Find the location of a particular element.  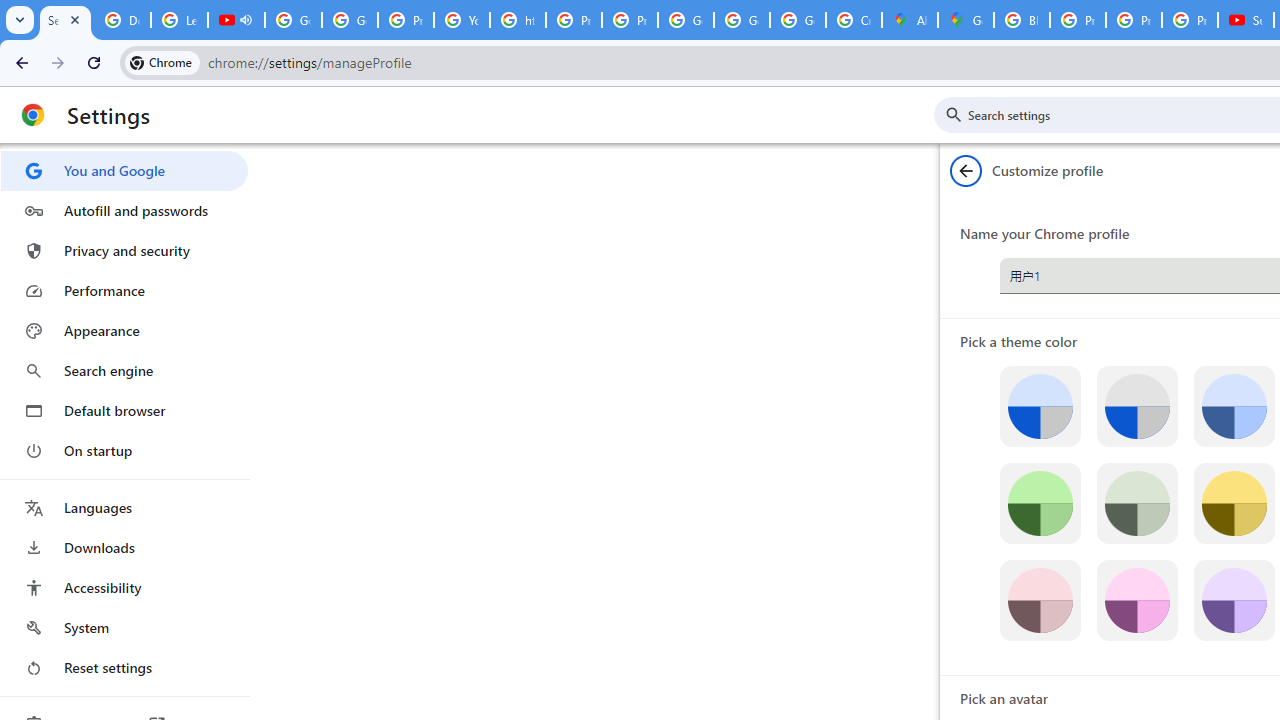

'Learn how to find your photos - Google Photos Help' is located at coordinates (179, 20).